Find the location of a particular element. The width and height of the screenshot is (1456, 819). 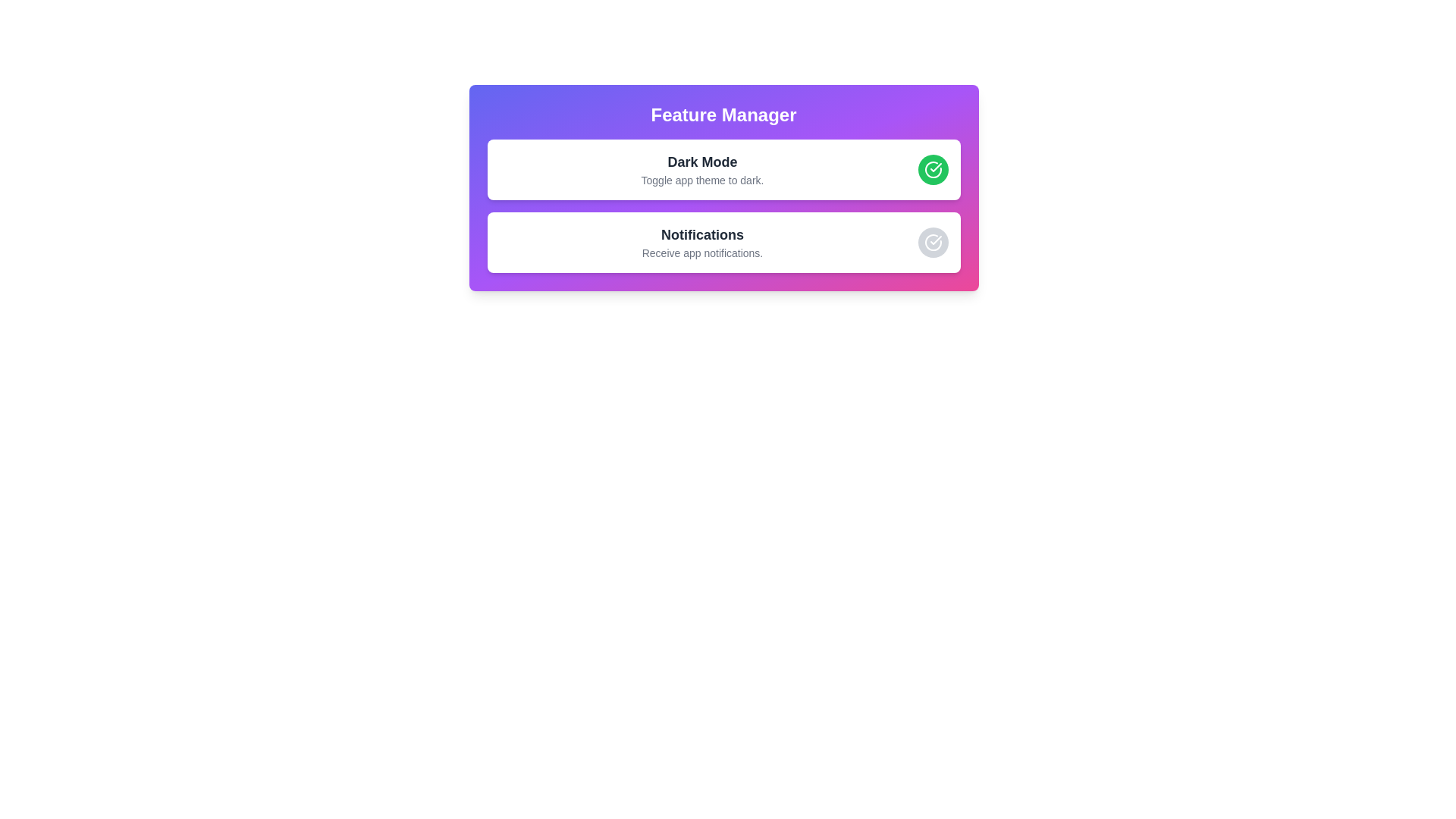

text in the Text Block that describes a feature related to app notifications, located below the 'Dark Mode' card in the interface is located at coordinates (701, 242).